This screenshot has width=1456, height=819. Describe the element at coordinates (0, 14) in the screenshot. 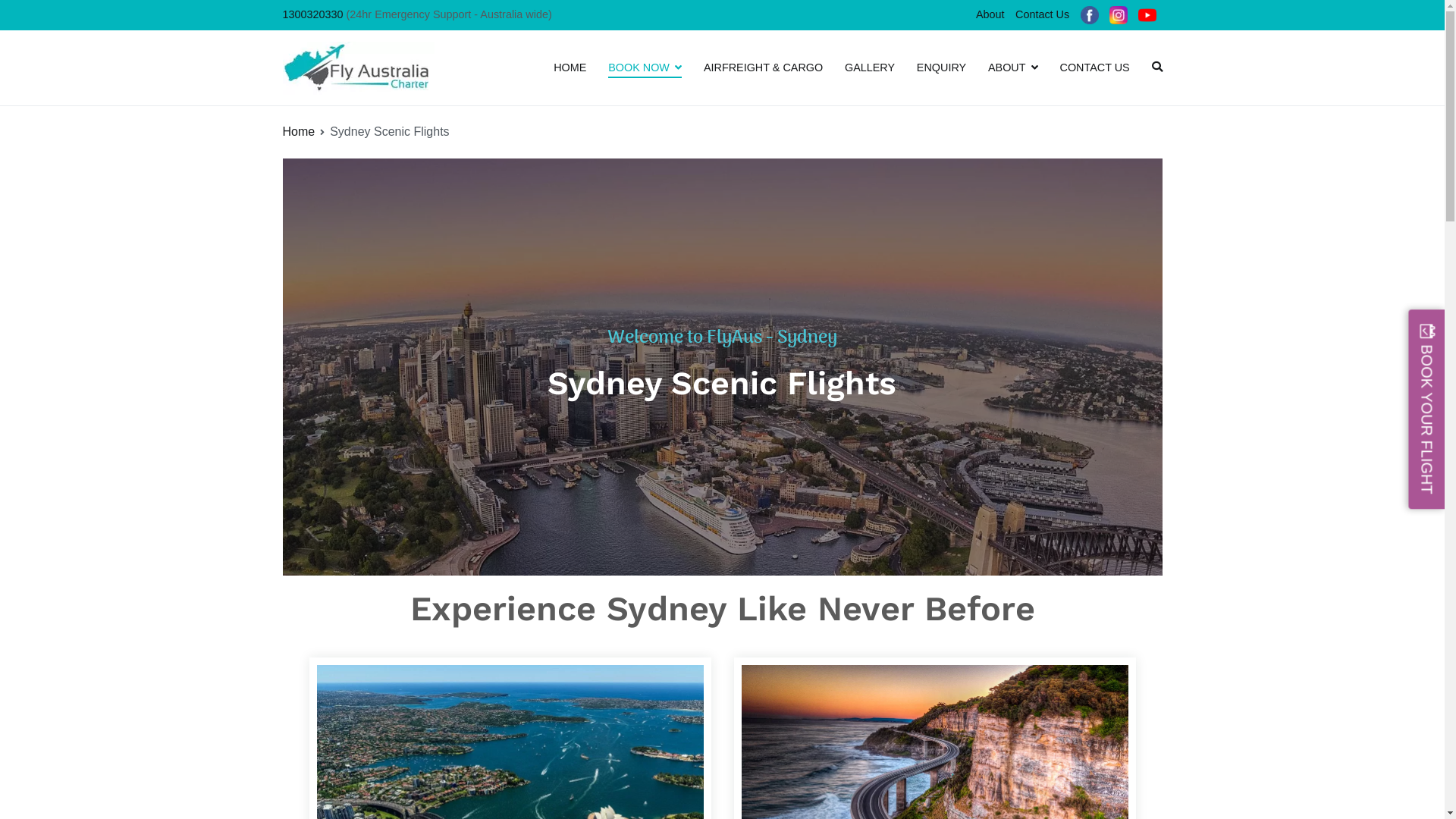

I see `'Search'` at that location.